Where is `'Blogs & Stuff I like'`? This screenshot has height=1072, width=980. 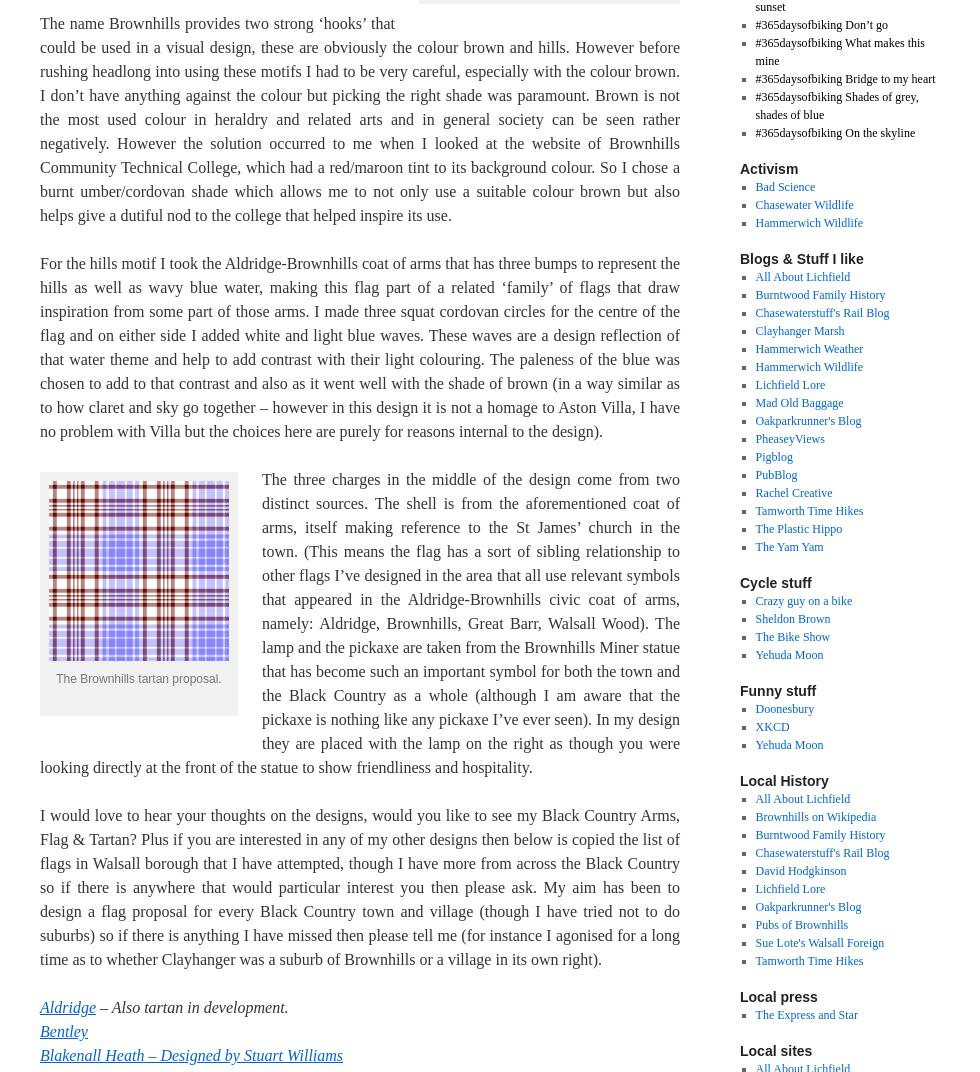
'Blogs & Stuff I like' is located at coordinates (801, 258).